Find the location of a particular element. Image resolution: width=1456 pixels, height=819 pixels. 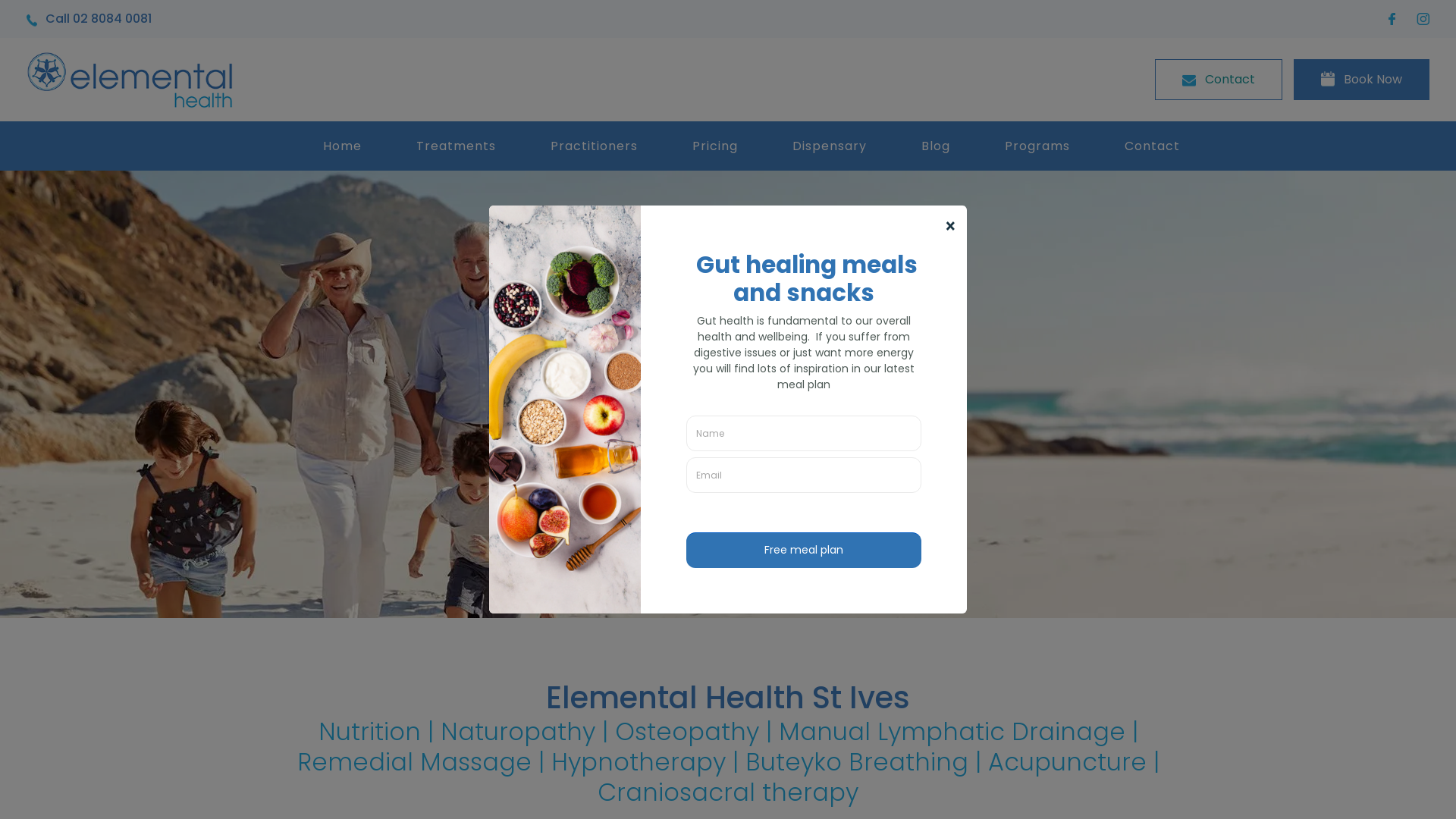

'Programs' is located at coordinates (1037, 146).